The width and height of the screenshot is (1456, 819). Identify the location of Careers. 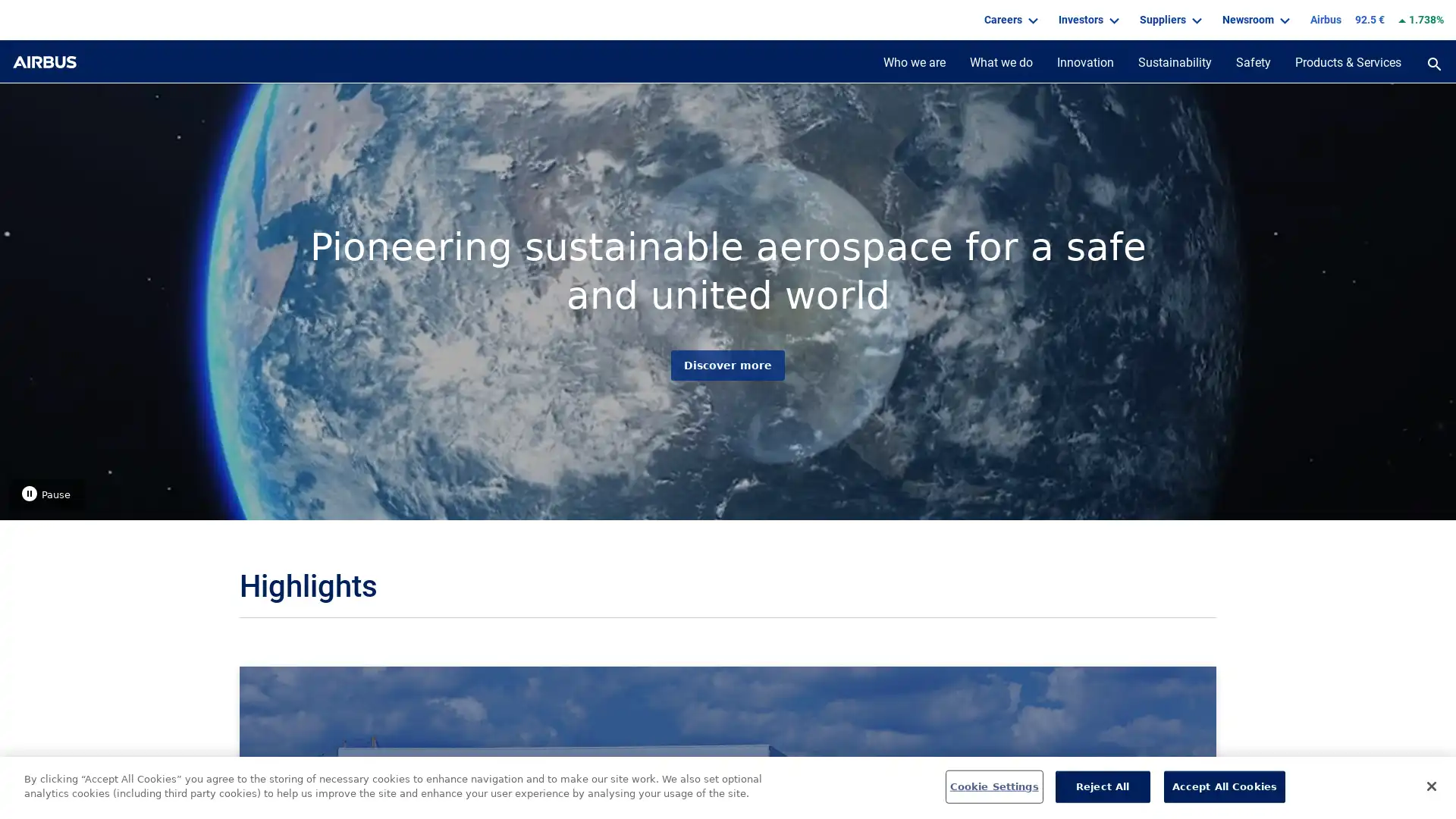
(1009, 20).